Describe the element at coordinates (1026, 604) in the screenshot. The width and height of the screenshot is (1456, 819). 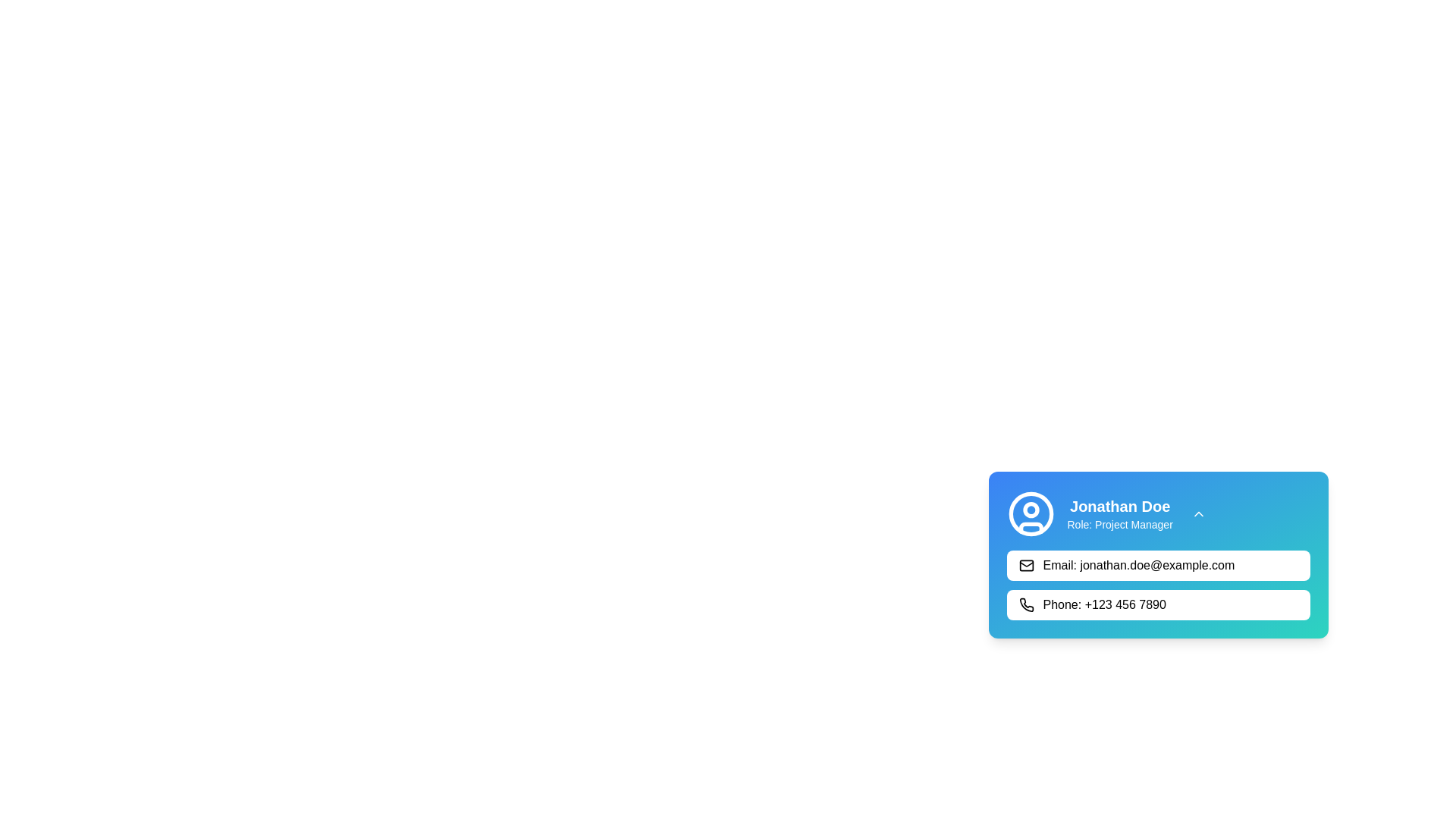
I see `the decorative phone icon located at the left end of the contact information UI component, adjacent to the phone number text` at that location.